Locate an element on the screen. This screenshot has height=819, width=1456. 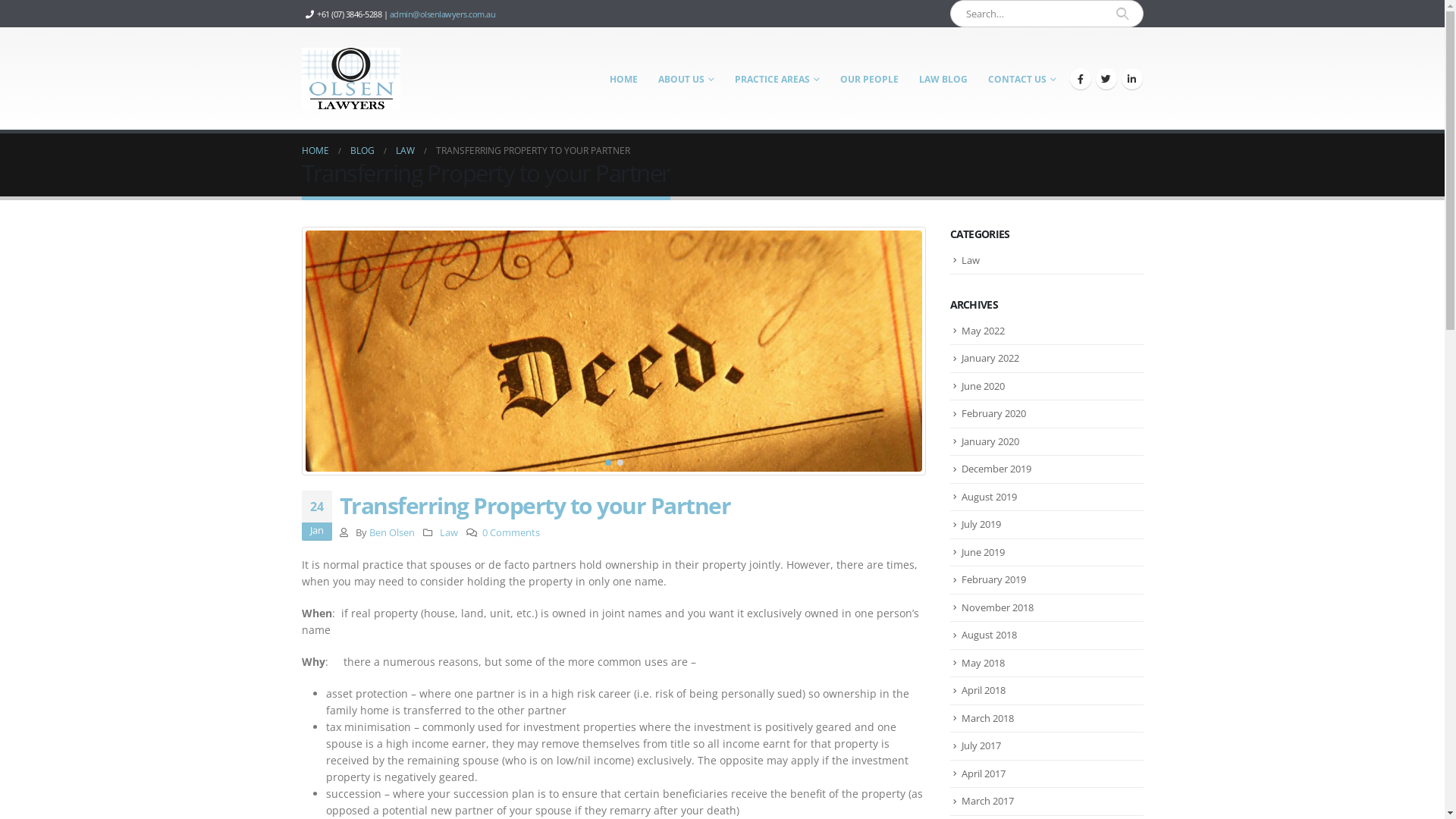
'August 2018' is located at coordinates (989, 635).